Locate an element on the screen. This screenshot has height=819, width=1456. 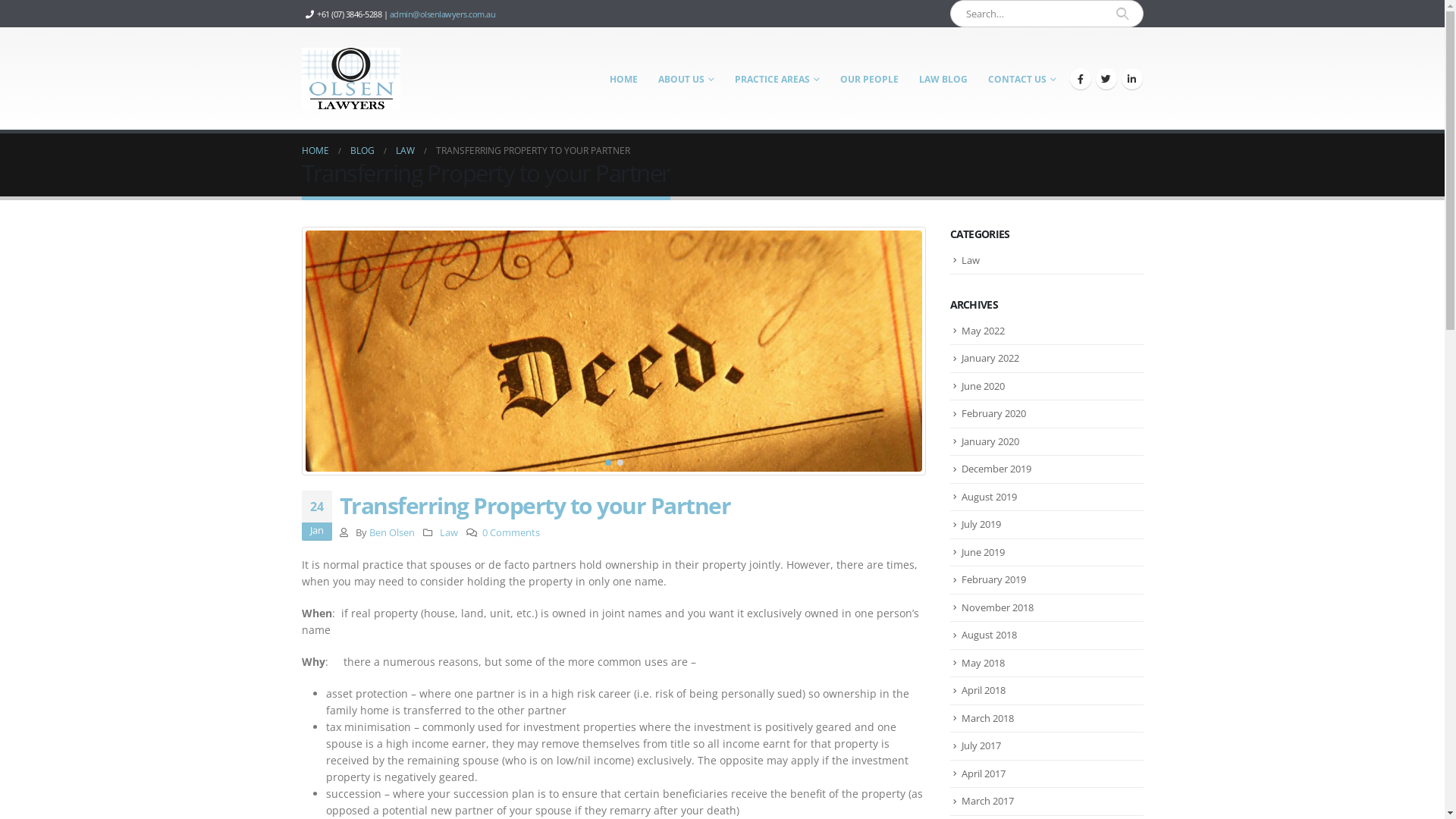
'August 2018' is located at coordinates (989, 635).